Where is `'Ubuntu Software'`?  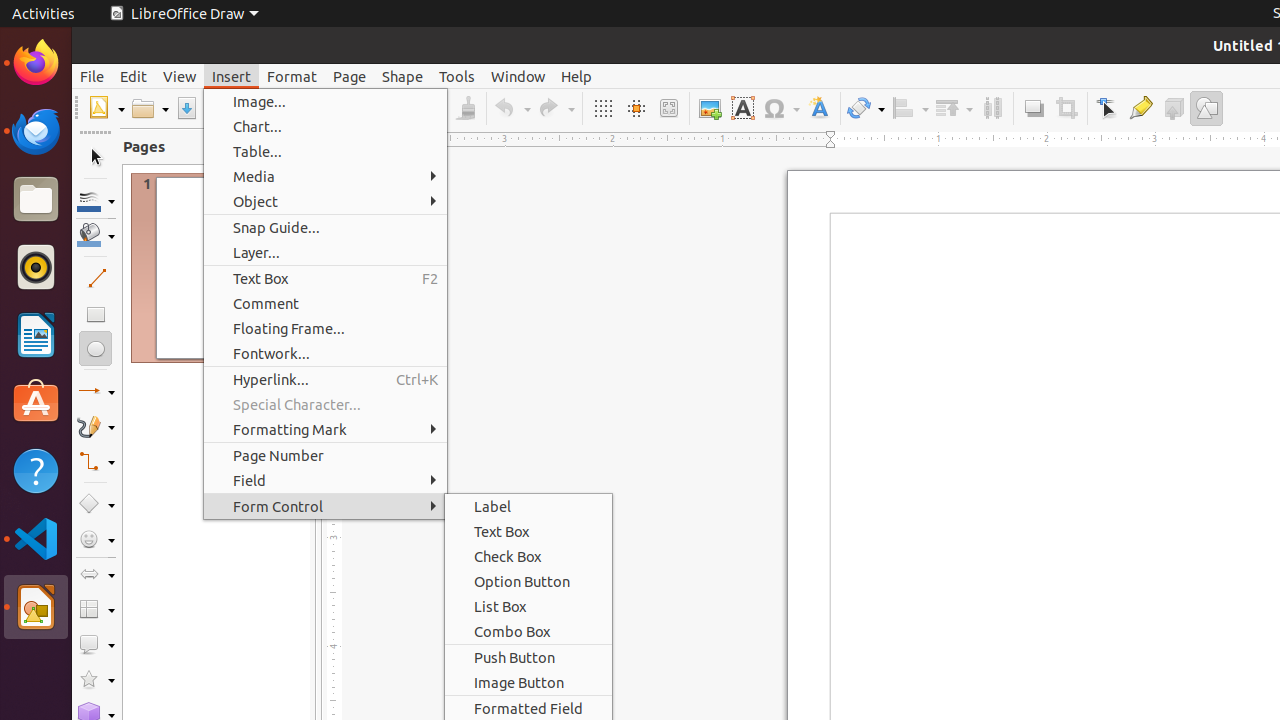 'Ubuntu Software' is located at coordinates (35, 403).